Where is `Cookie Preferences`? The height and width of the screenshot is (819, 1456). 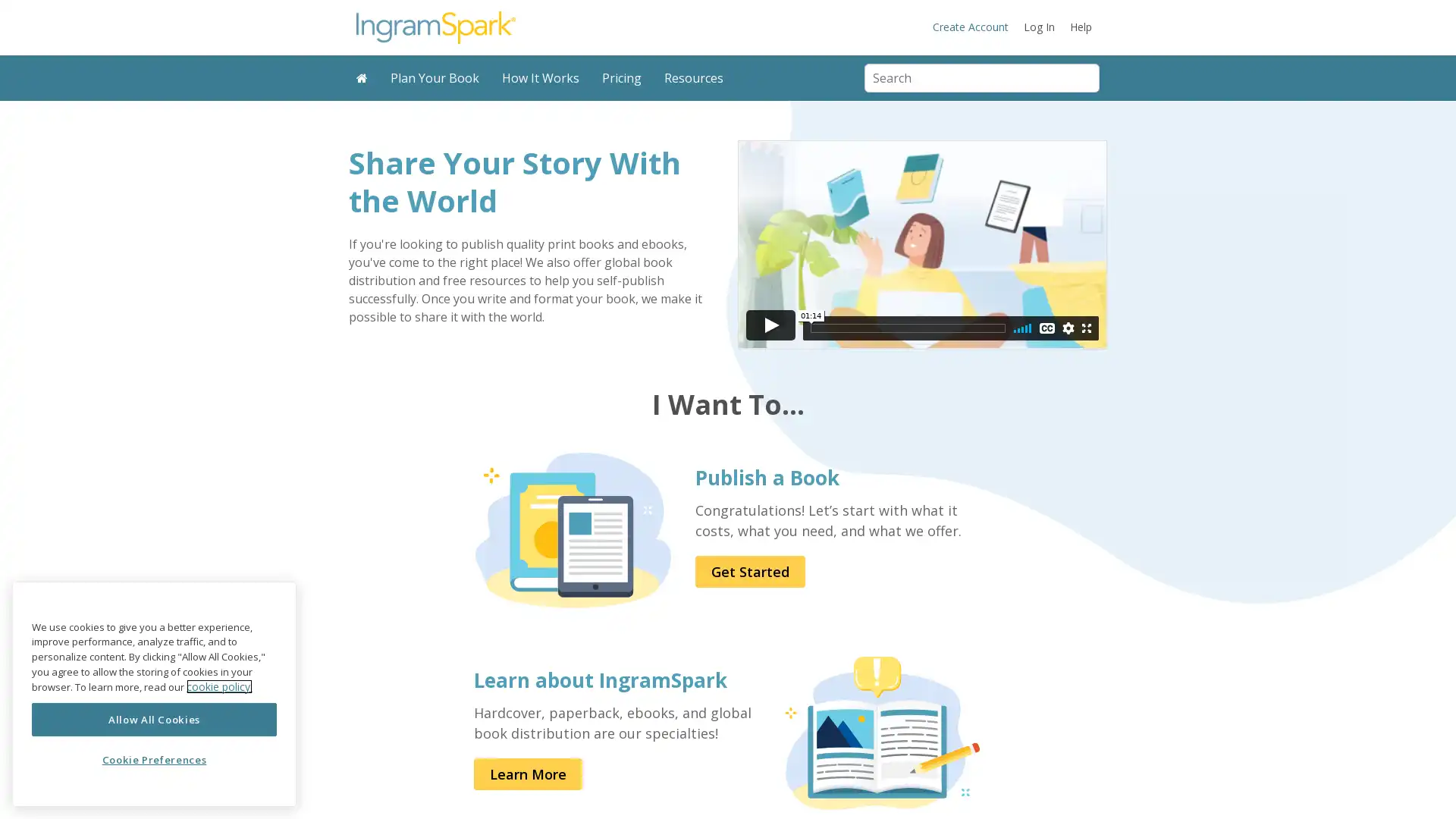 Cookie Preferences is located at coordinates (154, 760).